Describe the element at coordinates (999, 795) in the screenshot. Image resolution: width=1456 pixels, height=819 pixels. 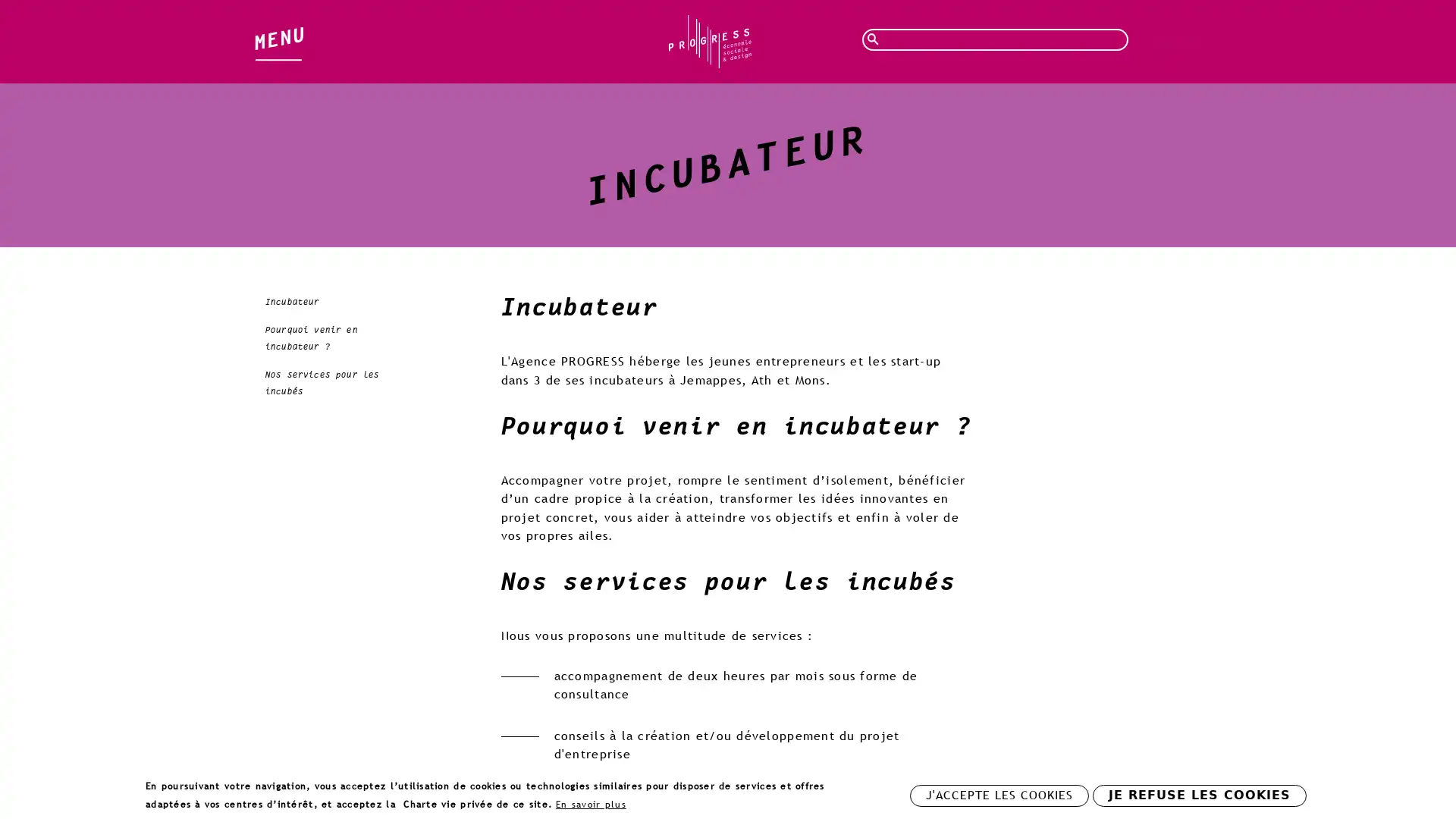
I see `J'ACCEPTE LES COOKIES` at that location.